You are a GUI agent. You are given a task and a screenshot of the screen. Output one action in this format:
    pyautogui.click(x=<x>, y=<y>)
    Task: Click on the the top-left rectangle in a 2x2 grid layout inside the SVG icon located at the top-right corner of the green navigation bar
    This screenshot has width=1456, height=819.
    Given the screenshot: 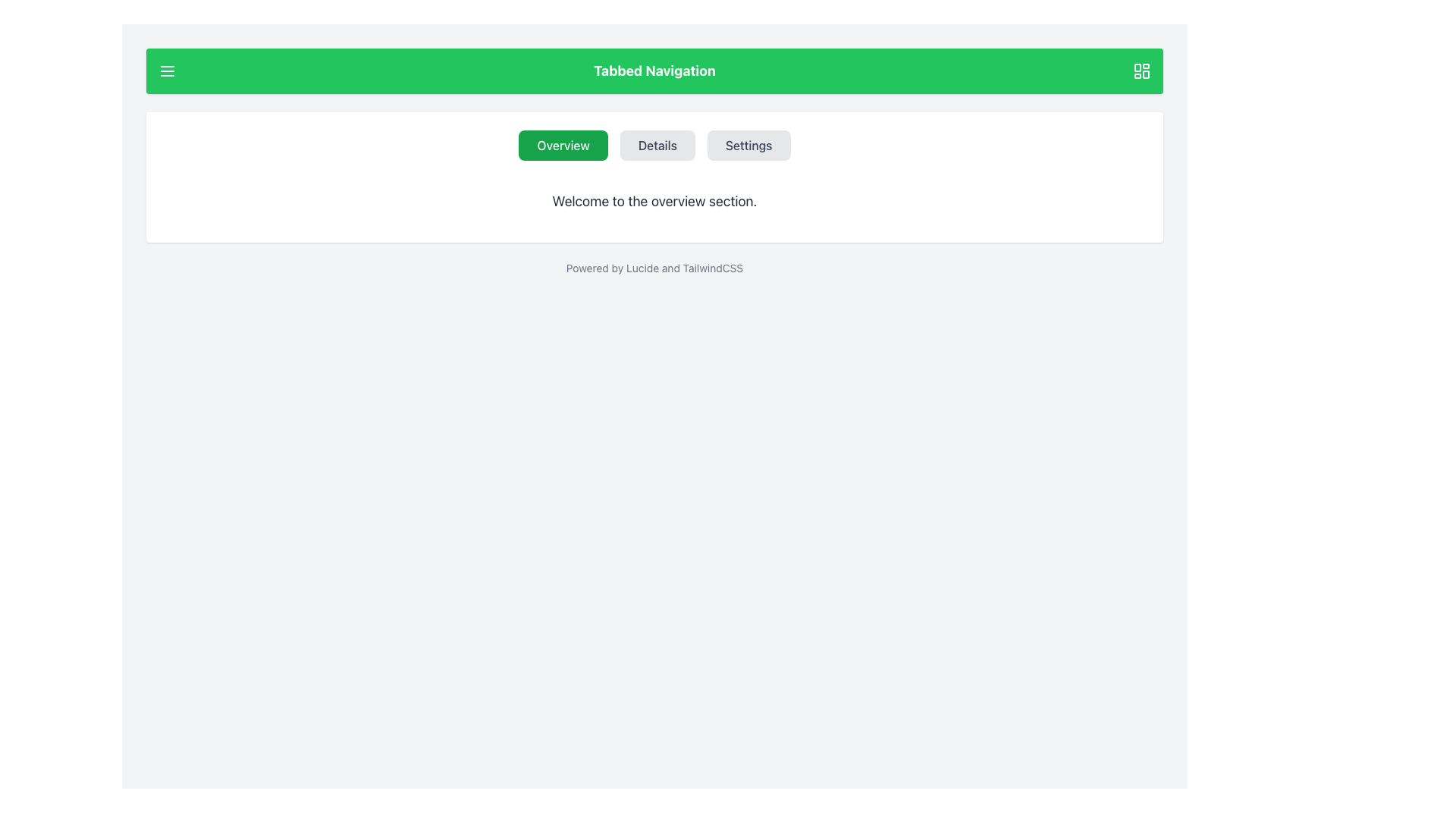 What is the action you would take?
    pyautogui.click(x=1137, y=67)
    